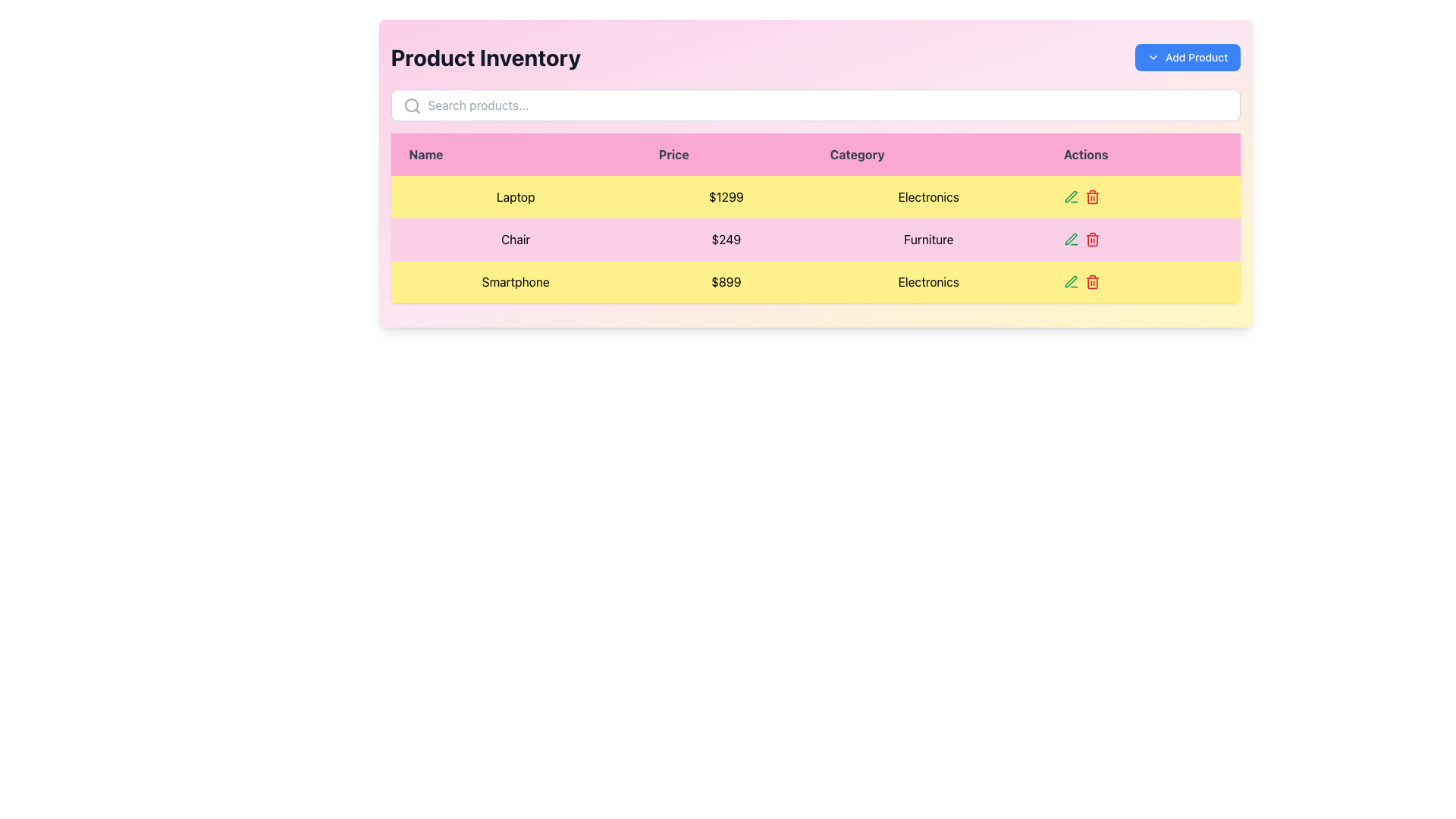  What do you see at coordinates (411, 104) in the screenshot?
I see `the circle graphic element within the magnifying glass search icon, located at the center of the SVG` at bounding box center [411, 104].